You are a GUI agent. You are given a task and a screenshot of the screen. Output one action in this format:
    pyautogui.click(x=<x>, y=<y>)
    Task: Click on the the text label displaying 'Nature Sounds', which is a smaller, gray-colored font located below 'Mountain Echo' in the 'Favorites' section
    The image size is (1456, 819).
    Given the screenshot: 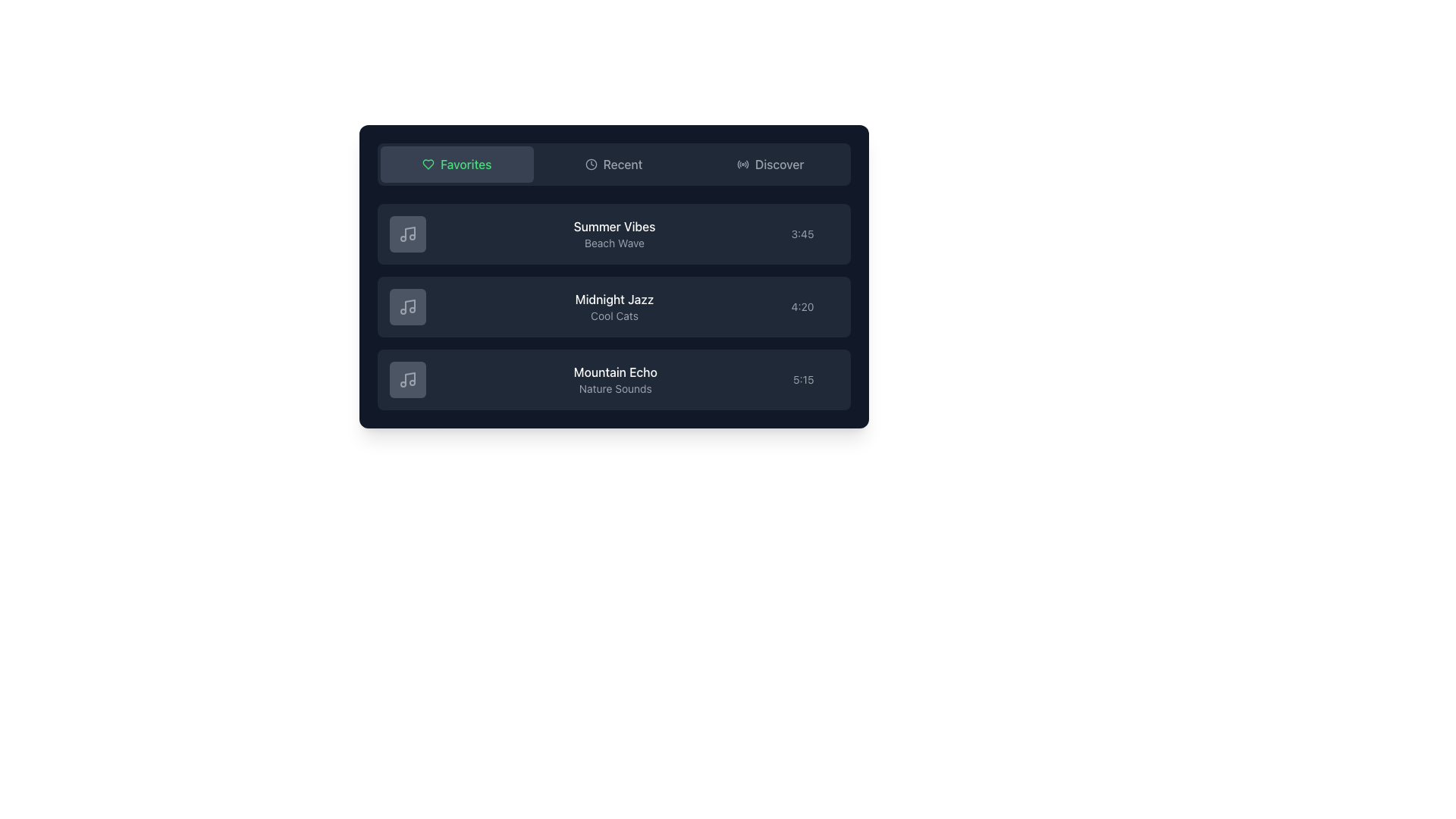 What is the action you would take?
    pyautogui.click(x=615, y=388)
    